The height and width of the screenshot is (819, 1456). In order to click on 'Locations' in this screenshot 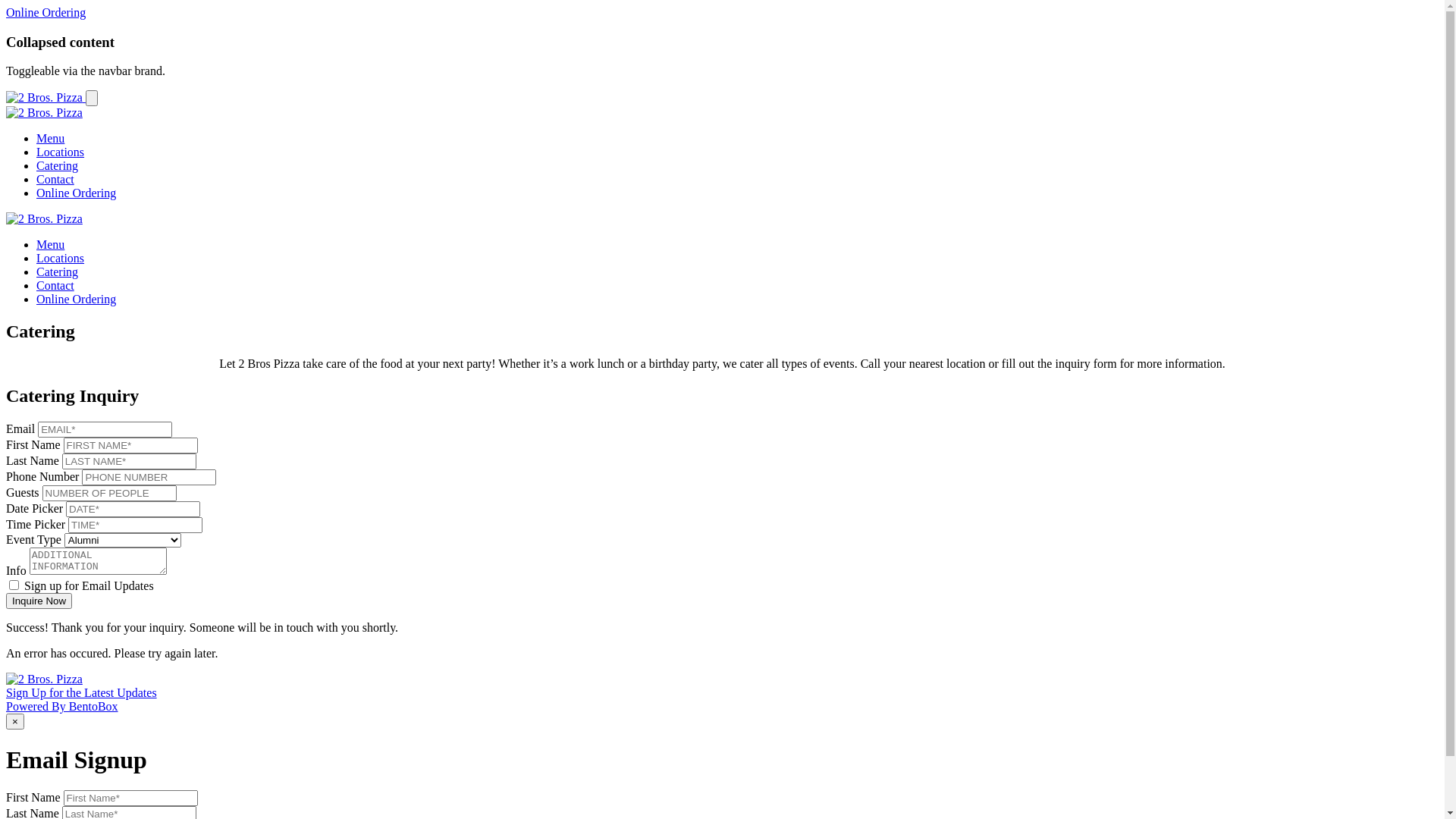, I will do `click(36, 257)`.